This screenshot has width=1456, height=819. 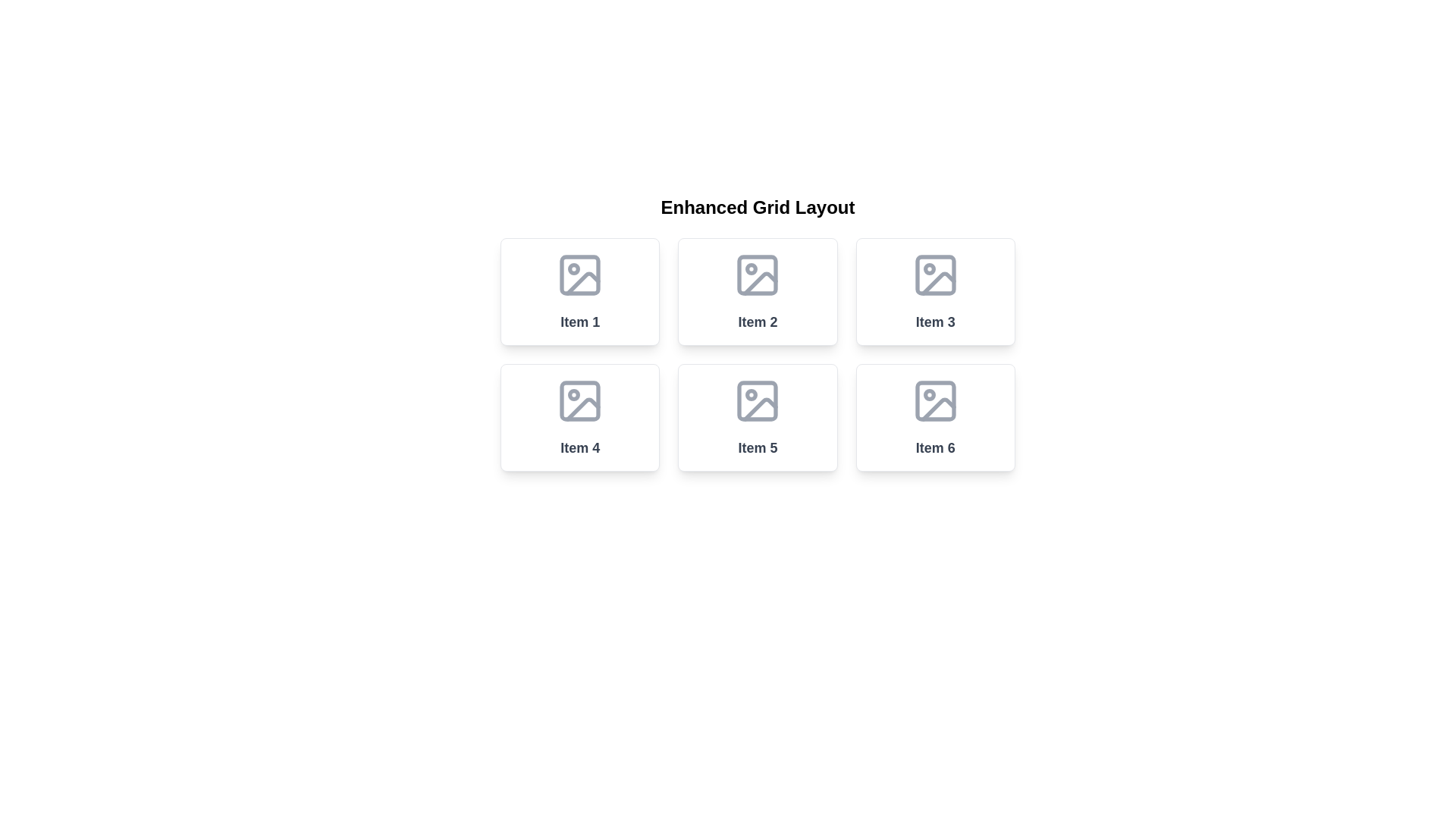 What do you see at coordinates (758, 400) in the screenshot?
I see `the icon representing 'Item 5' button, located at the center of the button in the second row, second column of a 2x3 grid layout` at bounding box center [758, 400].